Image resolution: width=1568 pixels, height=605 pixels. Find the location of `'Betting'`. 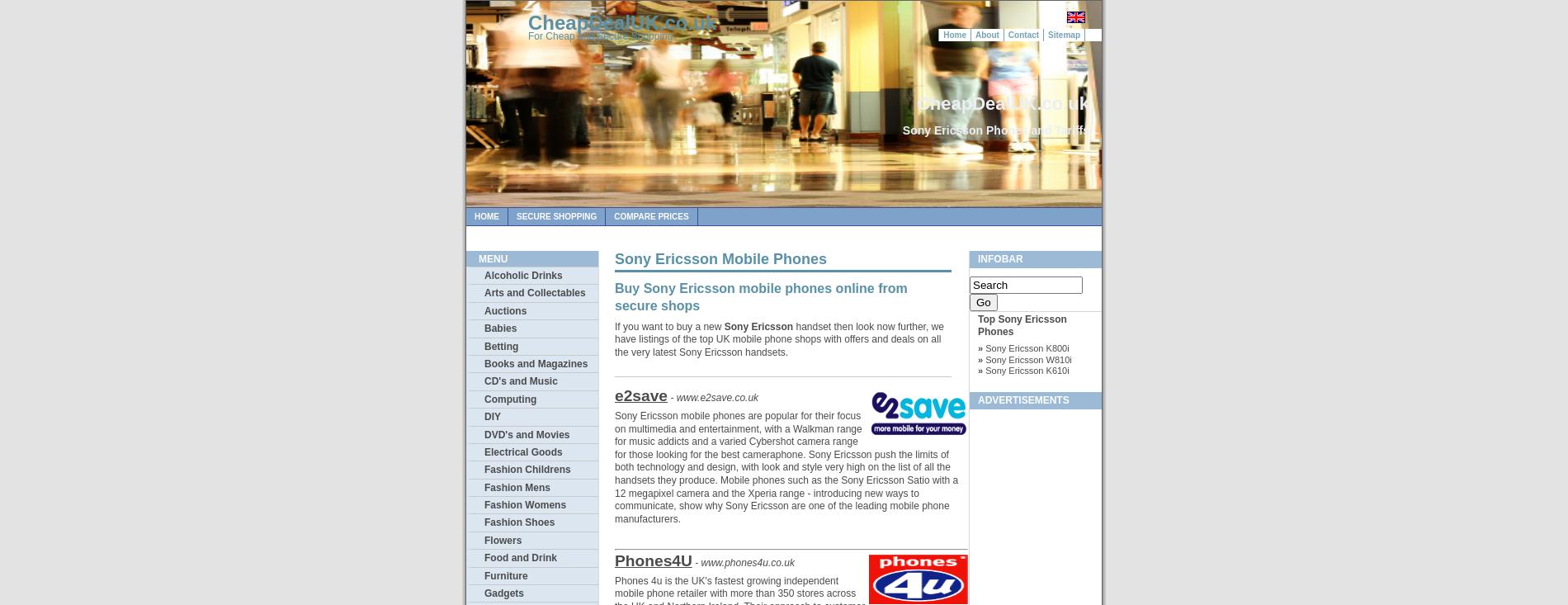

'Betting' is located at coordinates (501, 345).